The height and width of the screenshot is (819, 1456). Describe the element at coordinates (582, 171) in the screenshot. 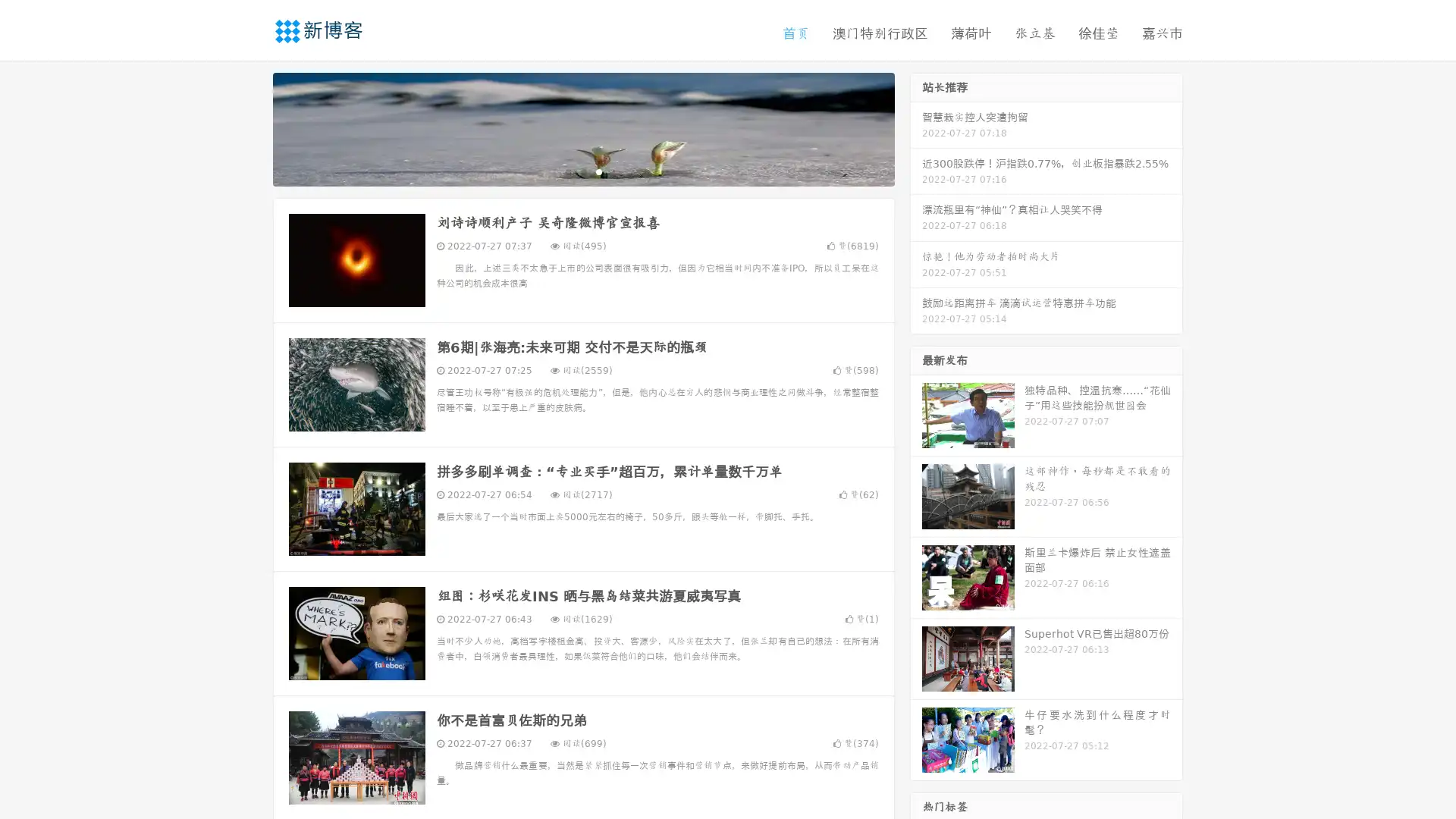

I see `Go to slide 2` at that location.